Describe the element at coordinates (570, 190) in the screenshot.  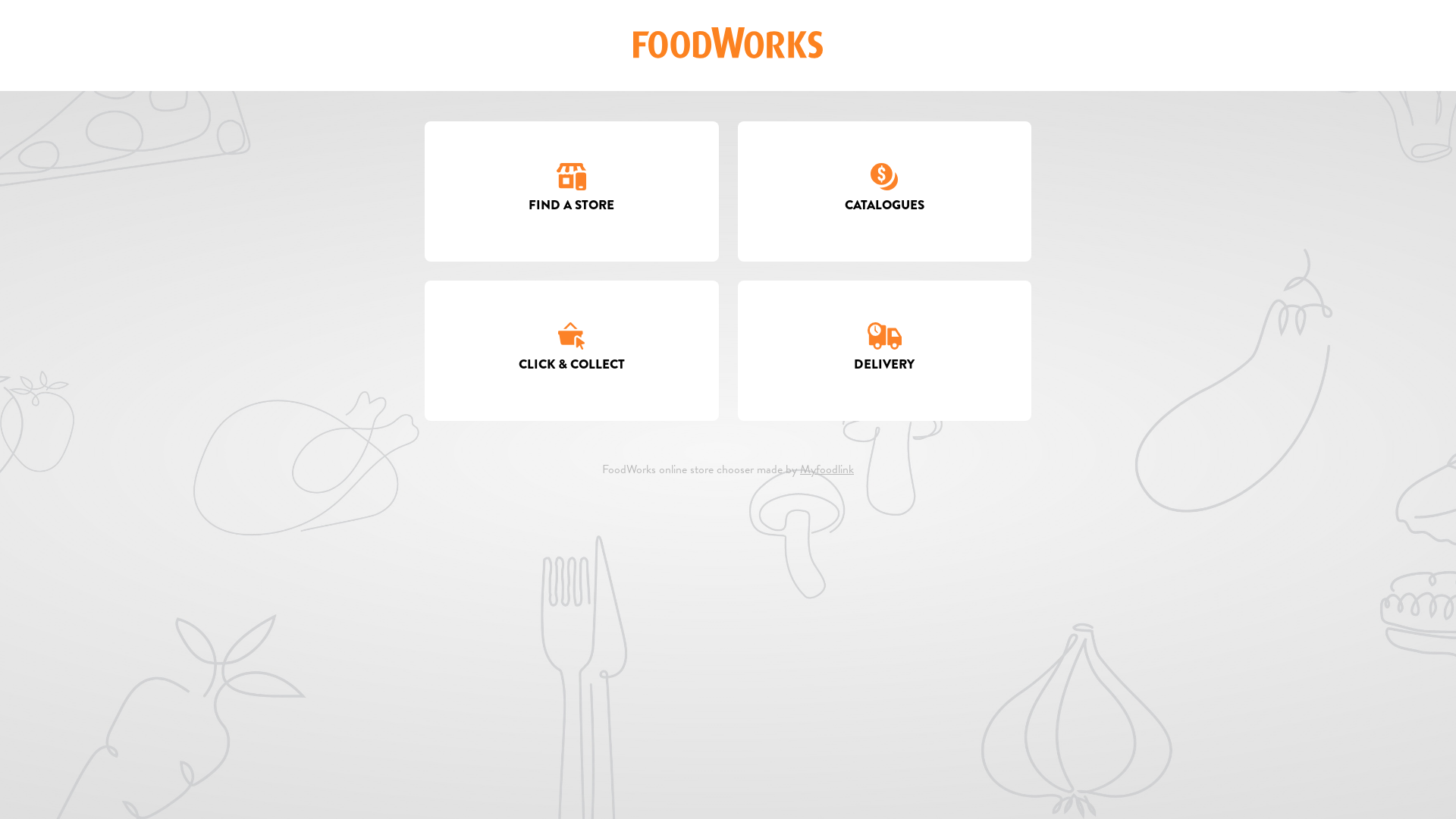
I see `'FIND A STORE'` at that location.